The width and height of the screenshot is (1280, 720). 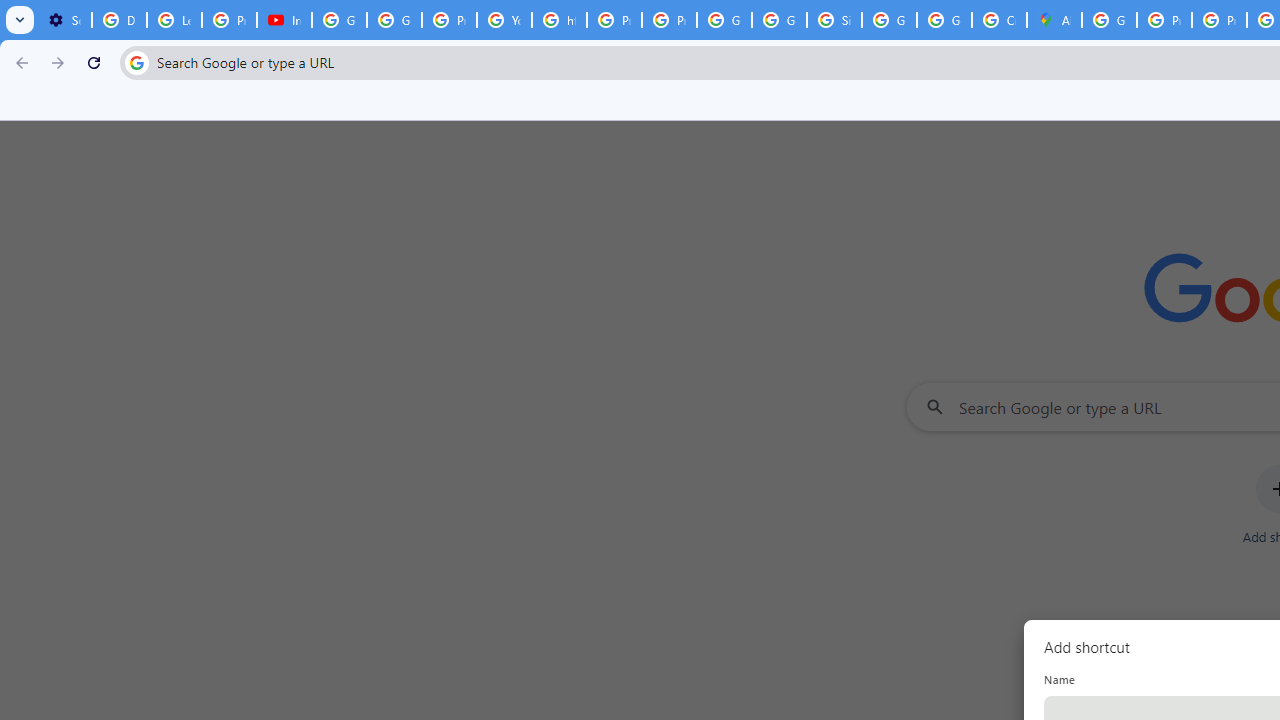 What do you see at coordinates (833, 20) in the screenshot?
I see `'Sign in - Google Accounts'` at bounding box center [833, 20].